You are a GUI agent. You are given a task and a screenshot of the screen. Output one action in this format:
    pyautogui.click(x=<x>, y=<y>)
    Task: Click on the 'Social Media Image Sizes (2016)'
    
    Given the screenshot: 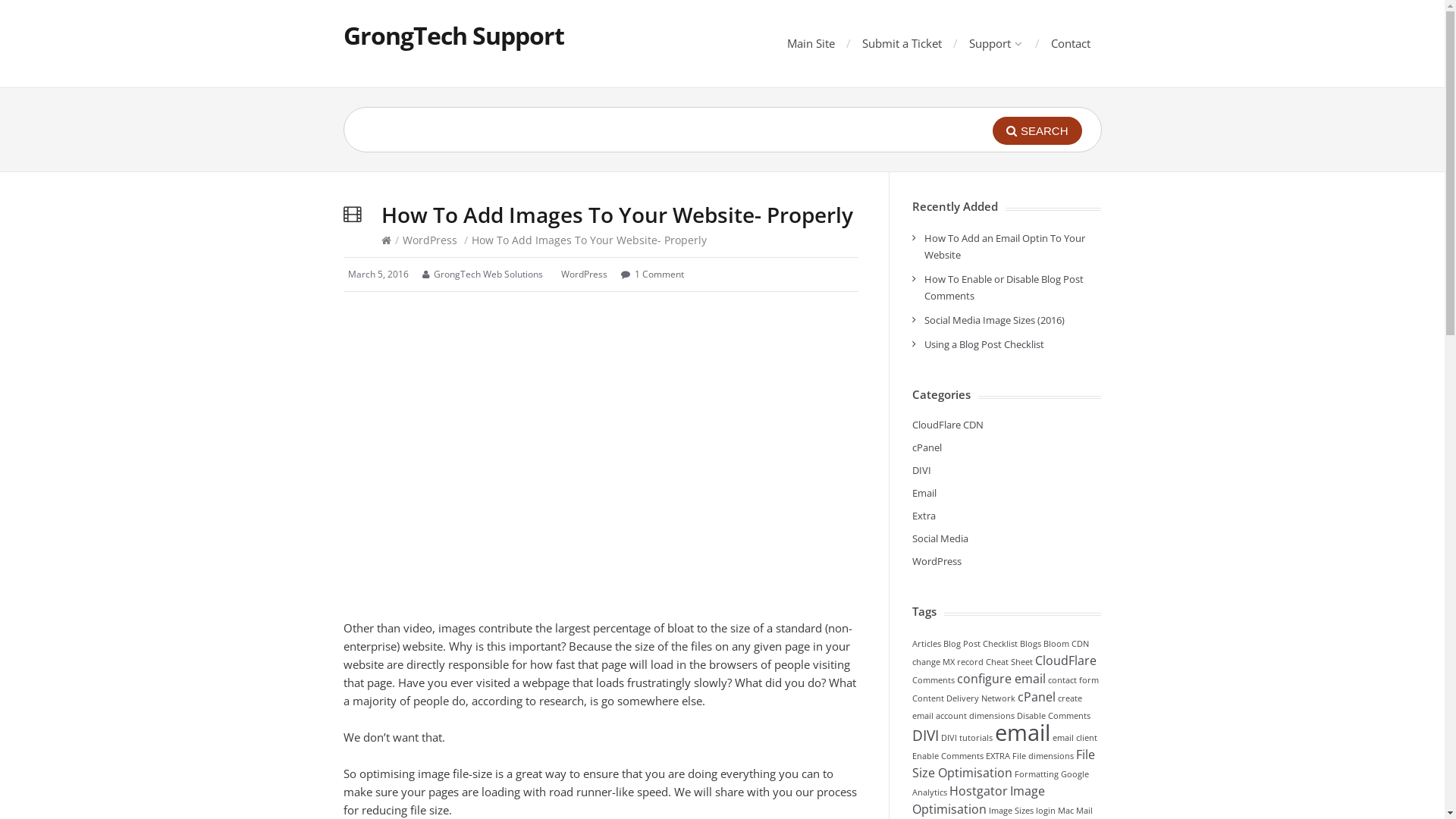 What is the action you would take?
    pyautogui.click(x=993, y=318)
    